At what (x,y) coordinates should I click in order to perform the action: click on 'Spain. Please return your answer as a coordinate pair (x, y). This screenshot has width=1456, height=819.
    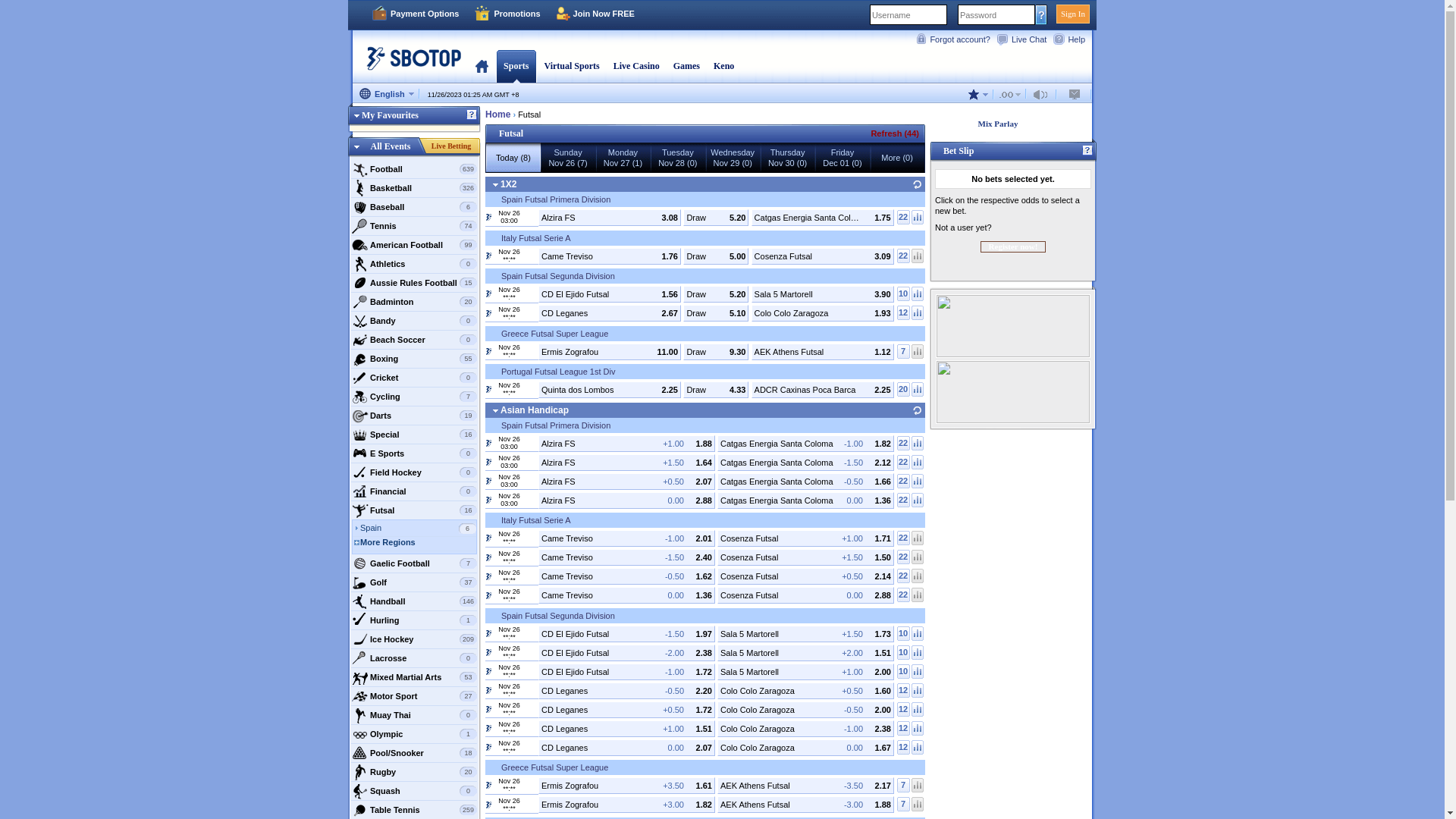
    Looking at the image, I should click on (418, 529).